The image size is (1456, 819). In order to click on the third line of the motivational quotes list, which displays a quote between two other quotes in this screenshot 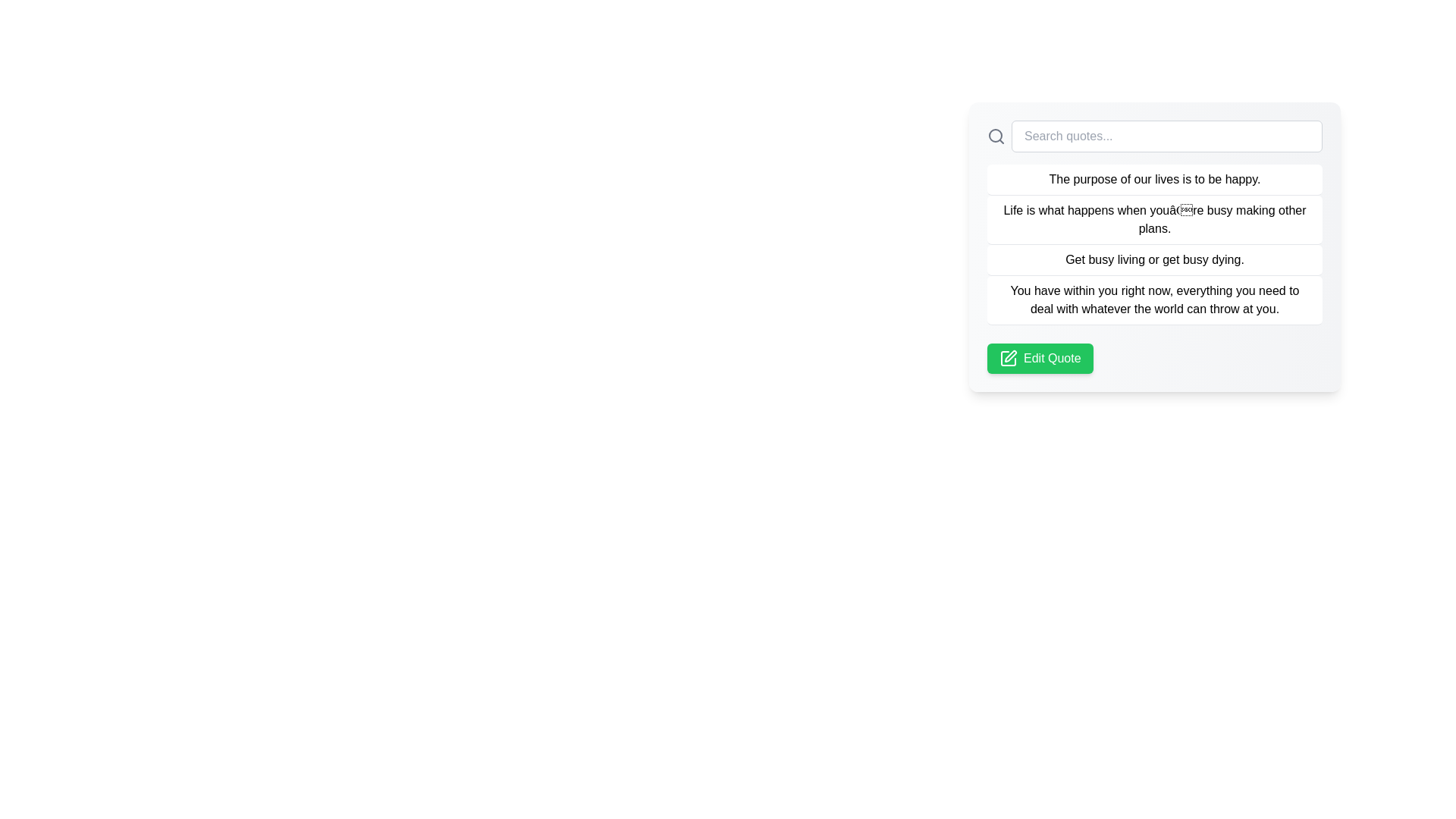, I will do `click(1153, 259)`.